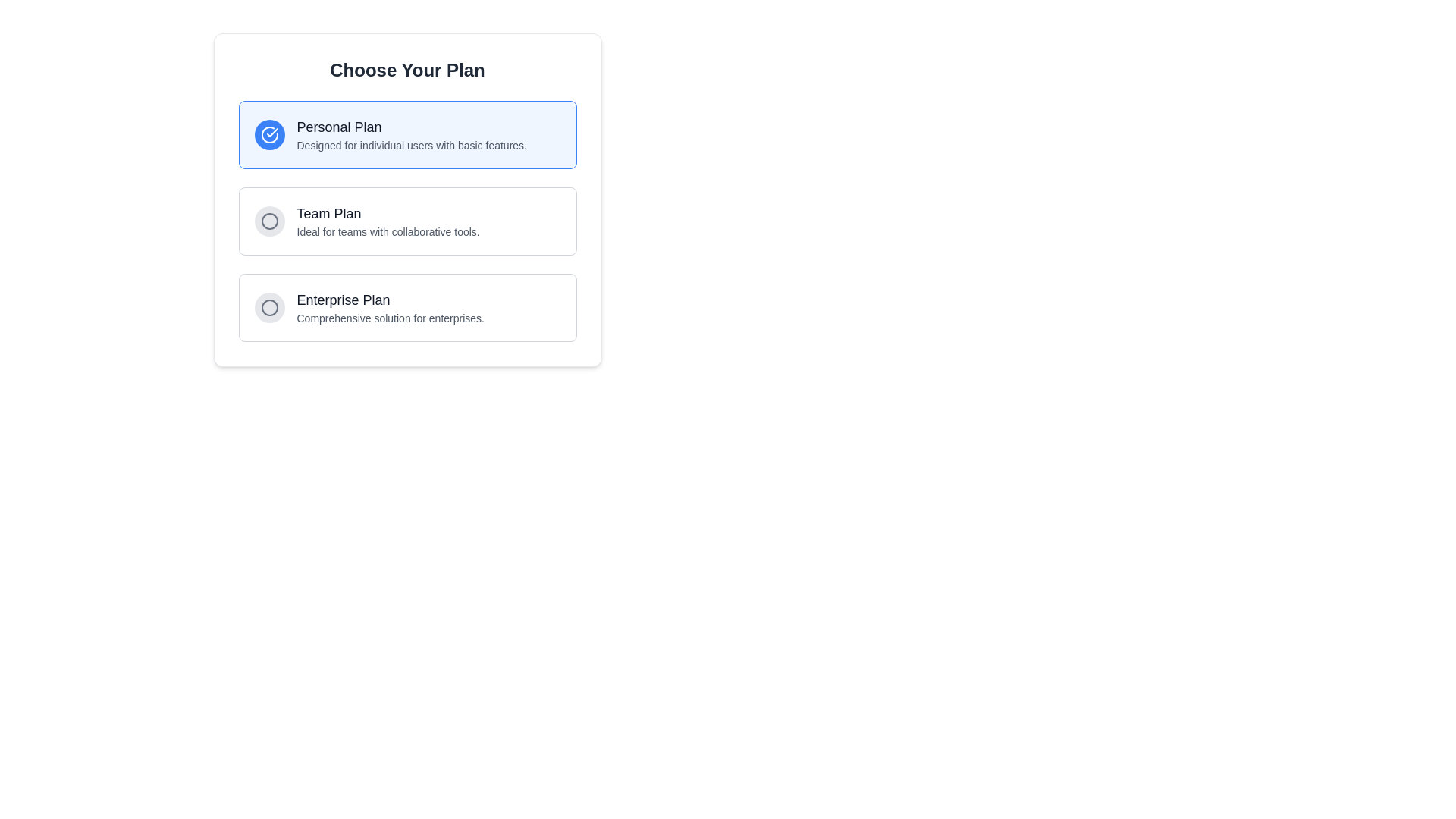  Describe the element at coordinates (269, 221) in the screenshot. I see `the circular icon with a gray background and outline, located to the left of the text 'Team Plan' in the second option row` at that location.